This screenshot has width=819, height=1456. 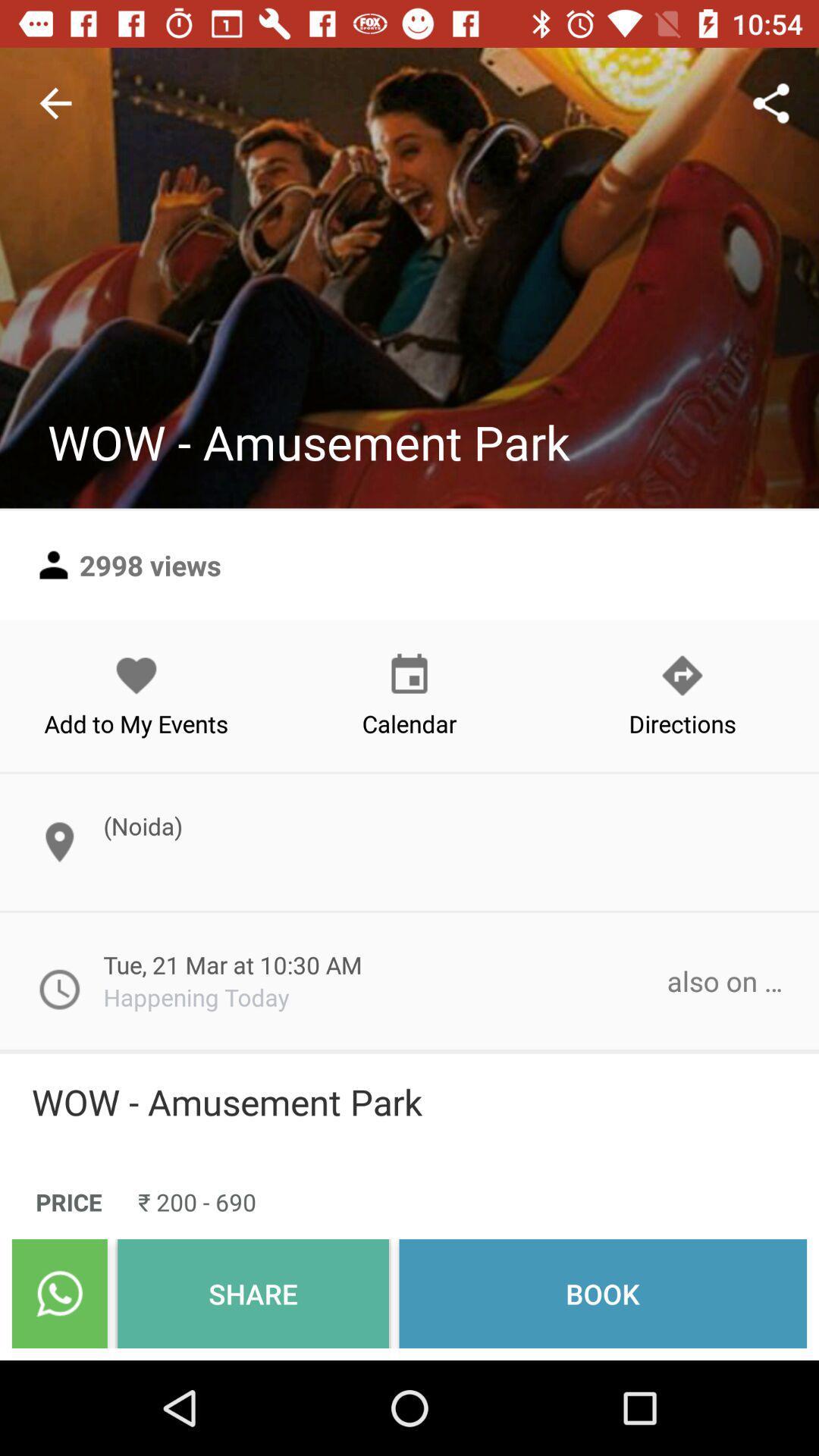 What do you see at coordinates (136, 695) in the screenshot?
I see `the icon next to calendar` at bounding box center [136, 695].